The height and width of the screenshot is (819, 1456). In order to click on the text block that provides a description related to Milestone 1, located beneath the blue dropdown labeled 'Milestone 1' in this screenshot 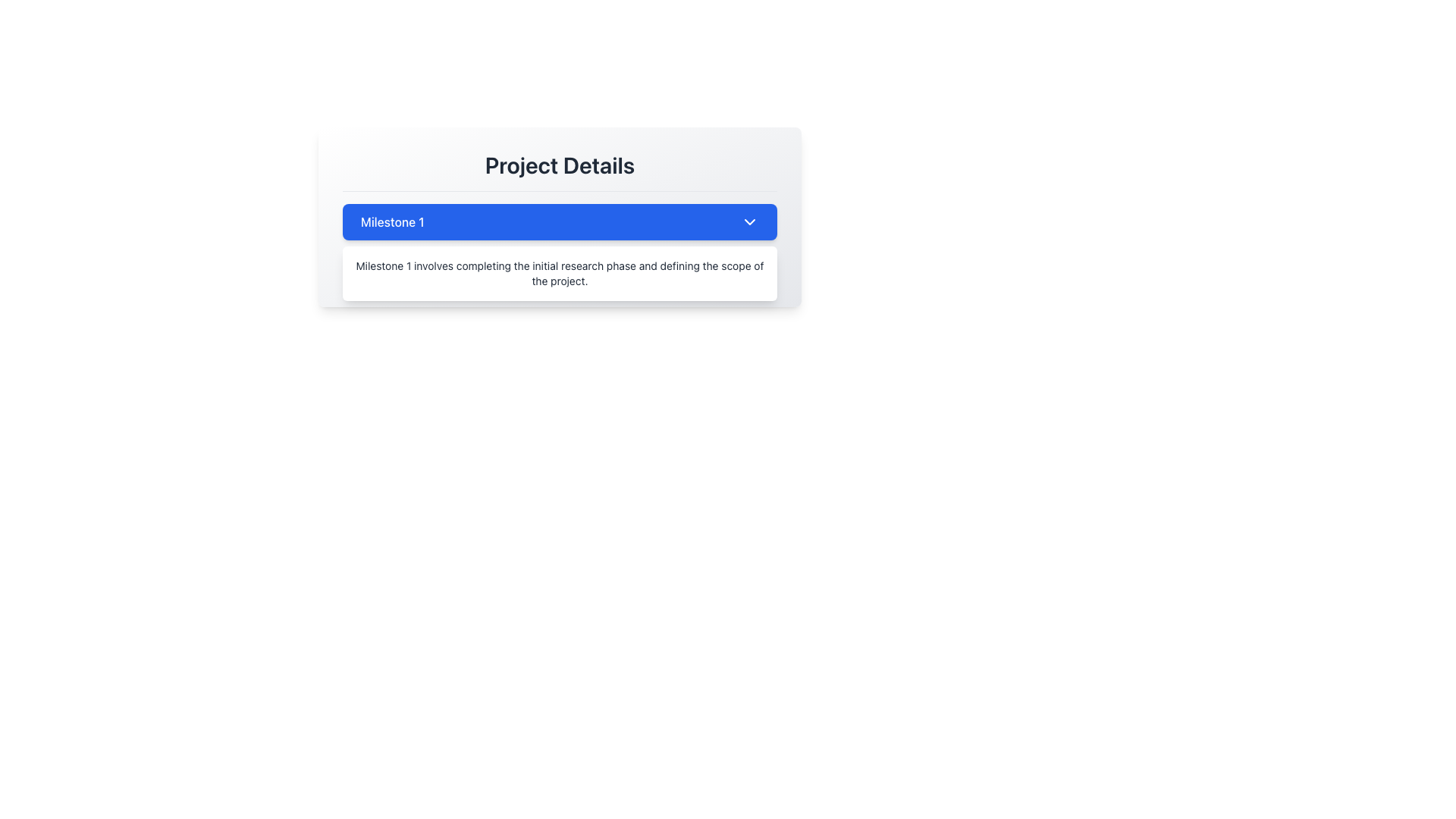, I will do `click(559, 274)`.